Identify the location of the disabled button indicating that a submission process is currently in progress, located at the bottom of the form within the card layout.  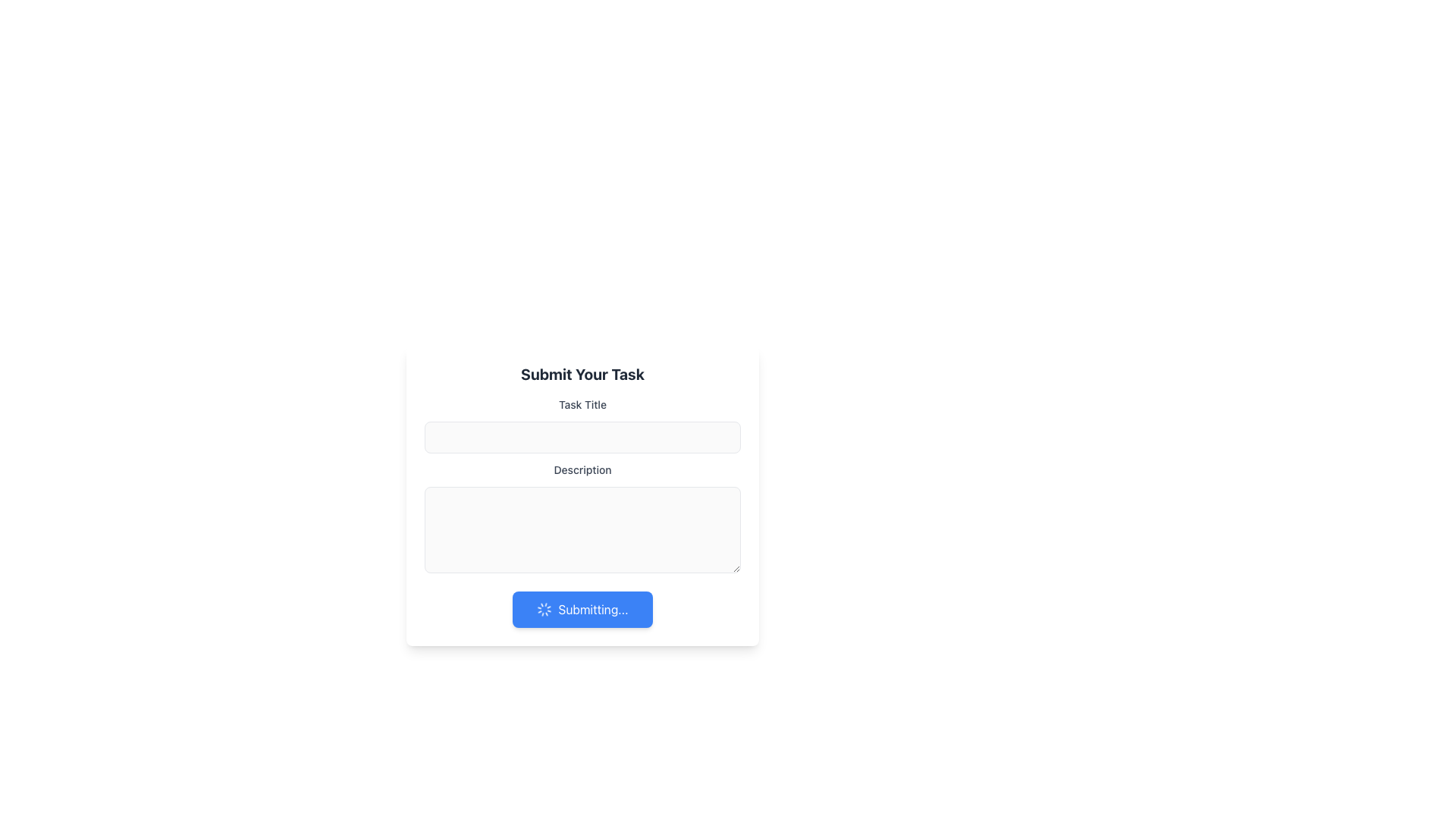
(582, 608).